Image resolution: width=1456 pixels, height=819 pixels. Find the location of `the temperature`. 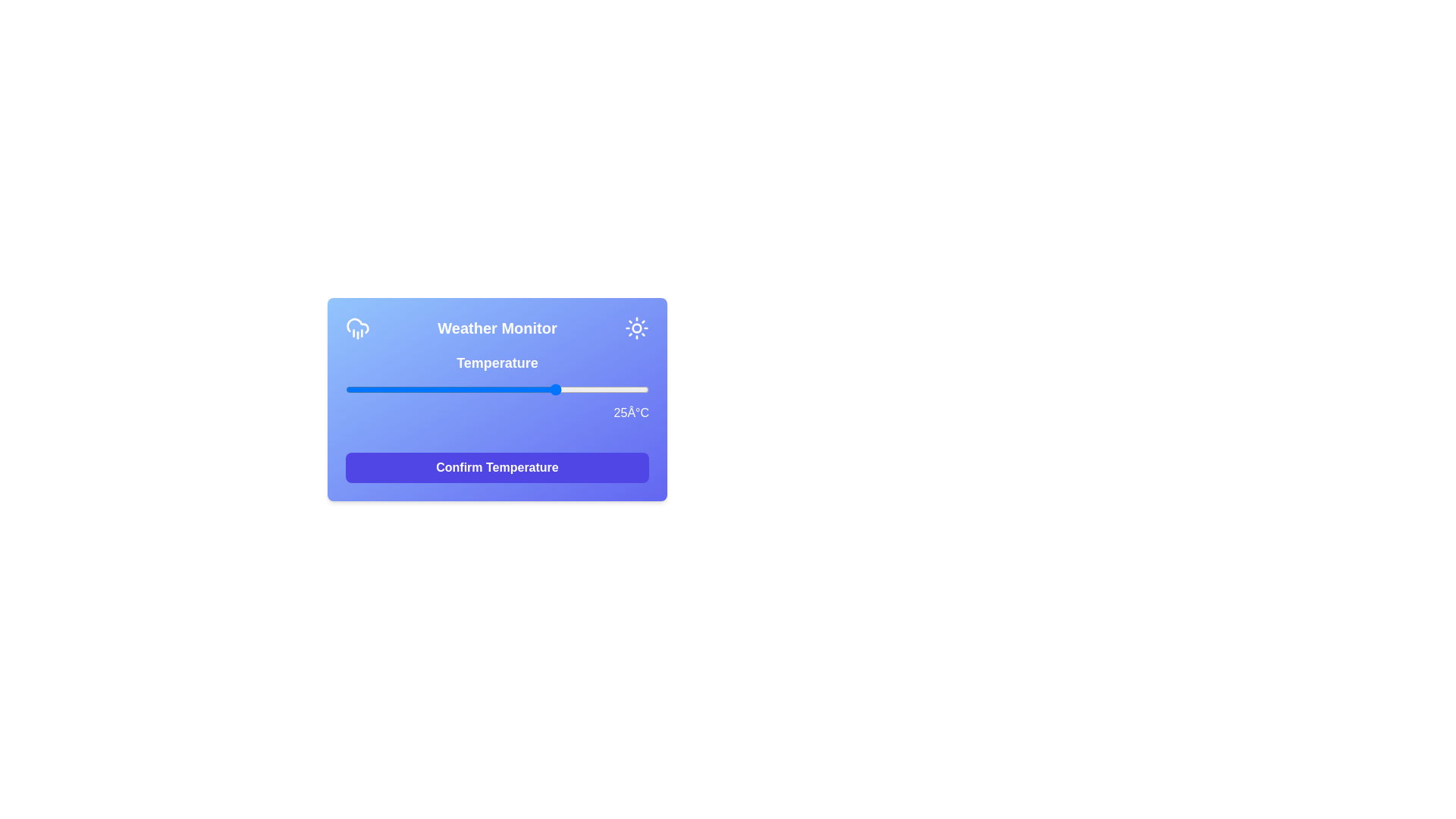

the temperature is located at coordinates (436, 388).